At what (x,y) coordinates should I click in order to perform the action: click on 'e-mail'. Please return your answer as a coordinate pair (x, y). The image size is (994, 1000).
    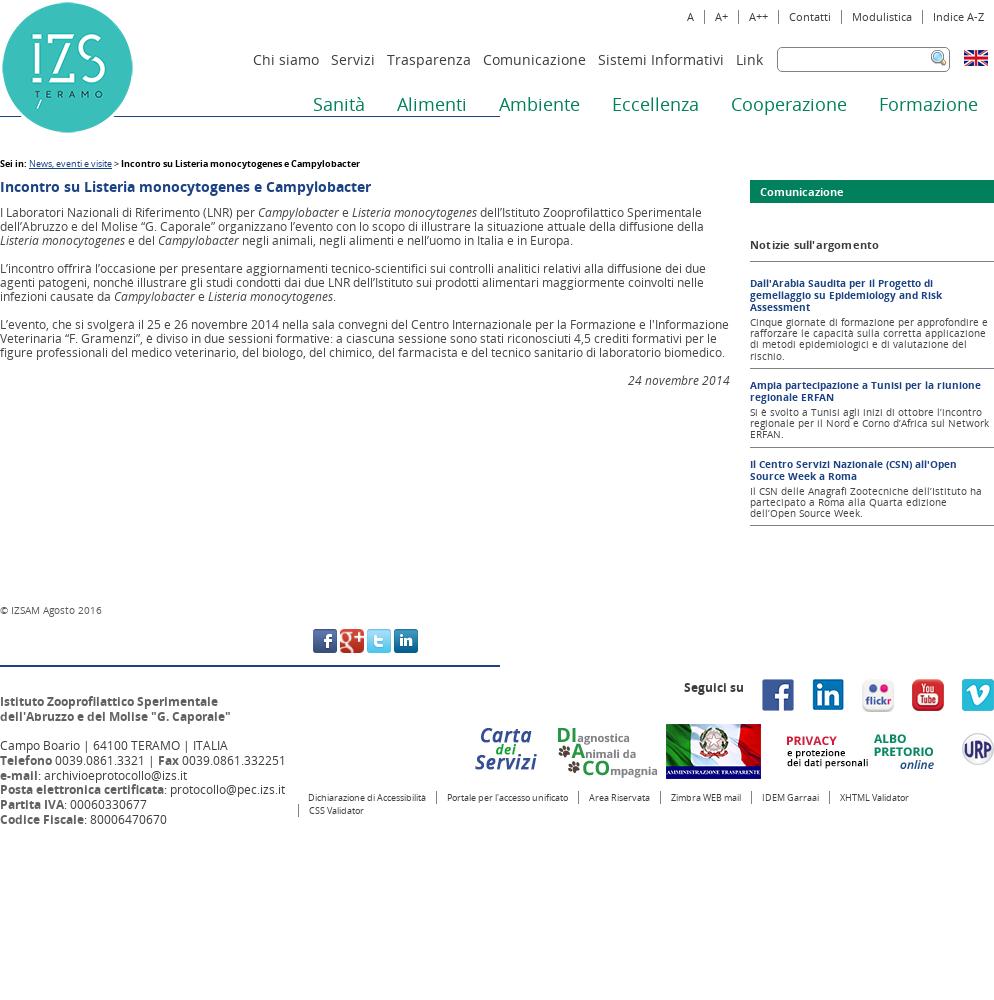
    Looking at the image, I should click on (0, 774).